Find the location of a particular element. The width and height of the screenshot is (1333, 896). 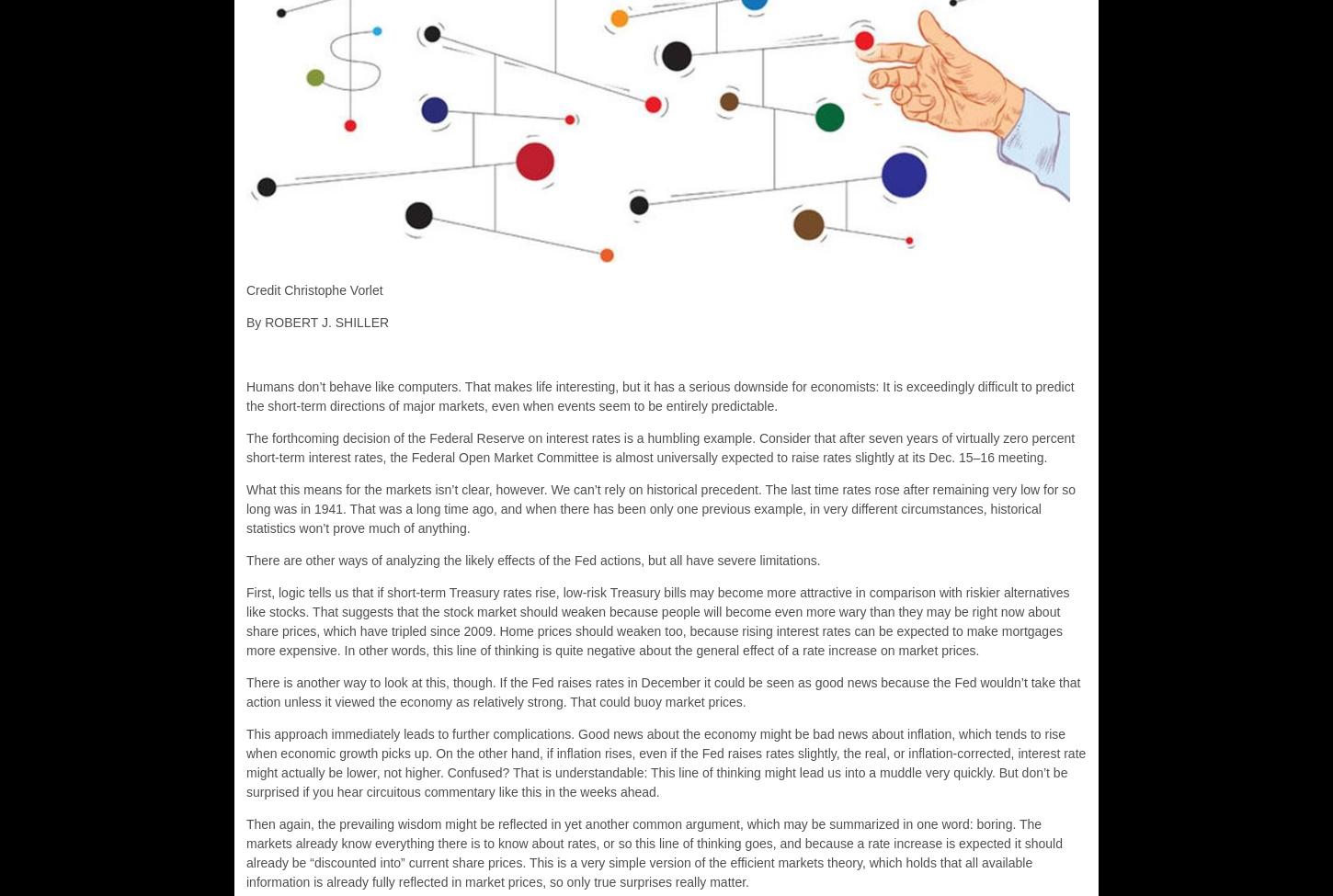

'meeting.' is located at coordinates (1019, 457).